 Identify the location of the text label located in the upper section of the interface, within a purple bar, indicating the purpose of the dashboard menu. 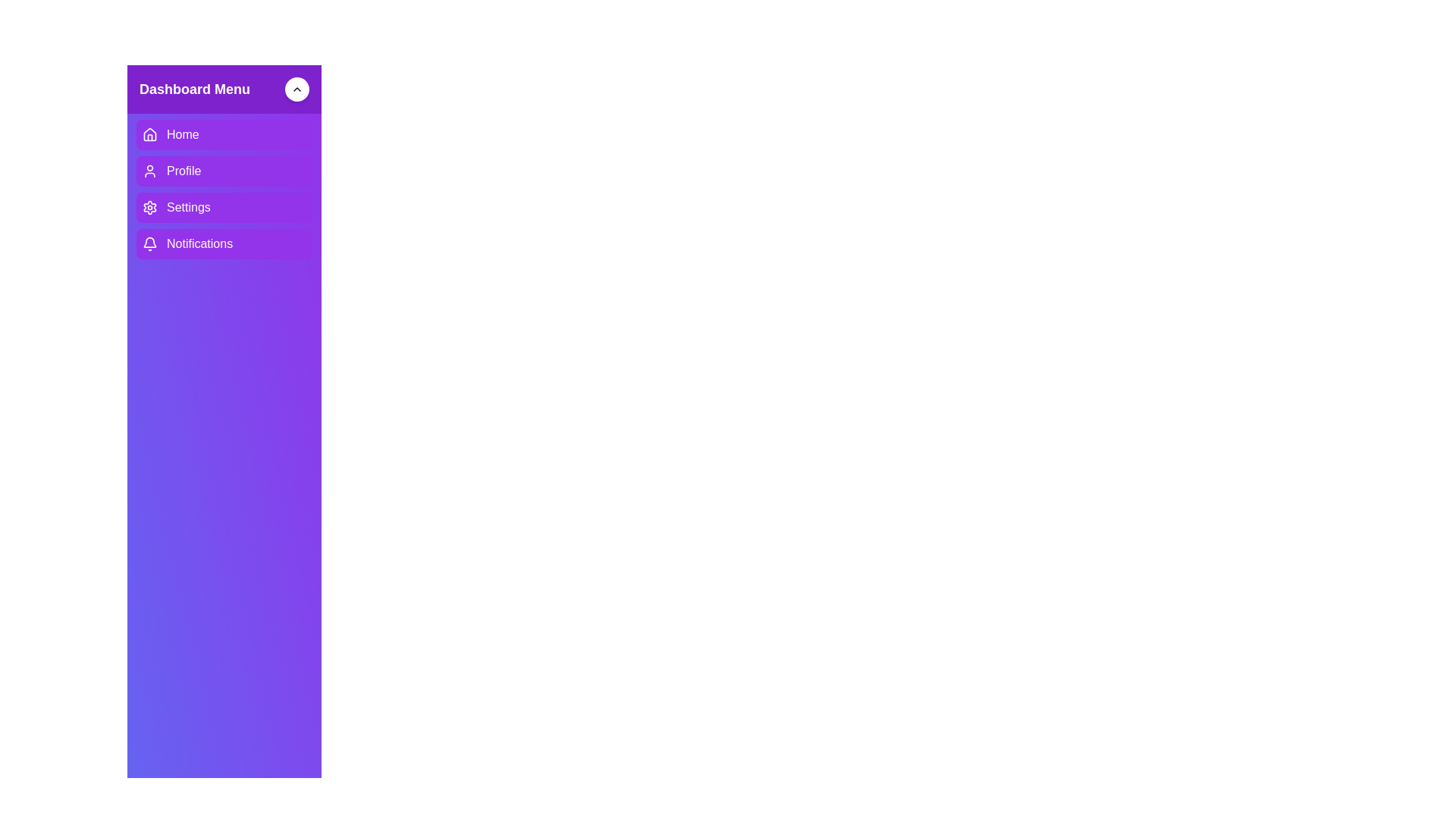
(194, 89).